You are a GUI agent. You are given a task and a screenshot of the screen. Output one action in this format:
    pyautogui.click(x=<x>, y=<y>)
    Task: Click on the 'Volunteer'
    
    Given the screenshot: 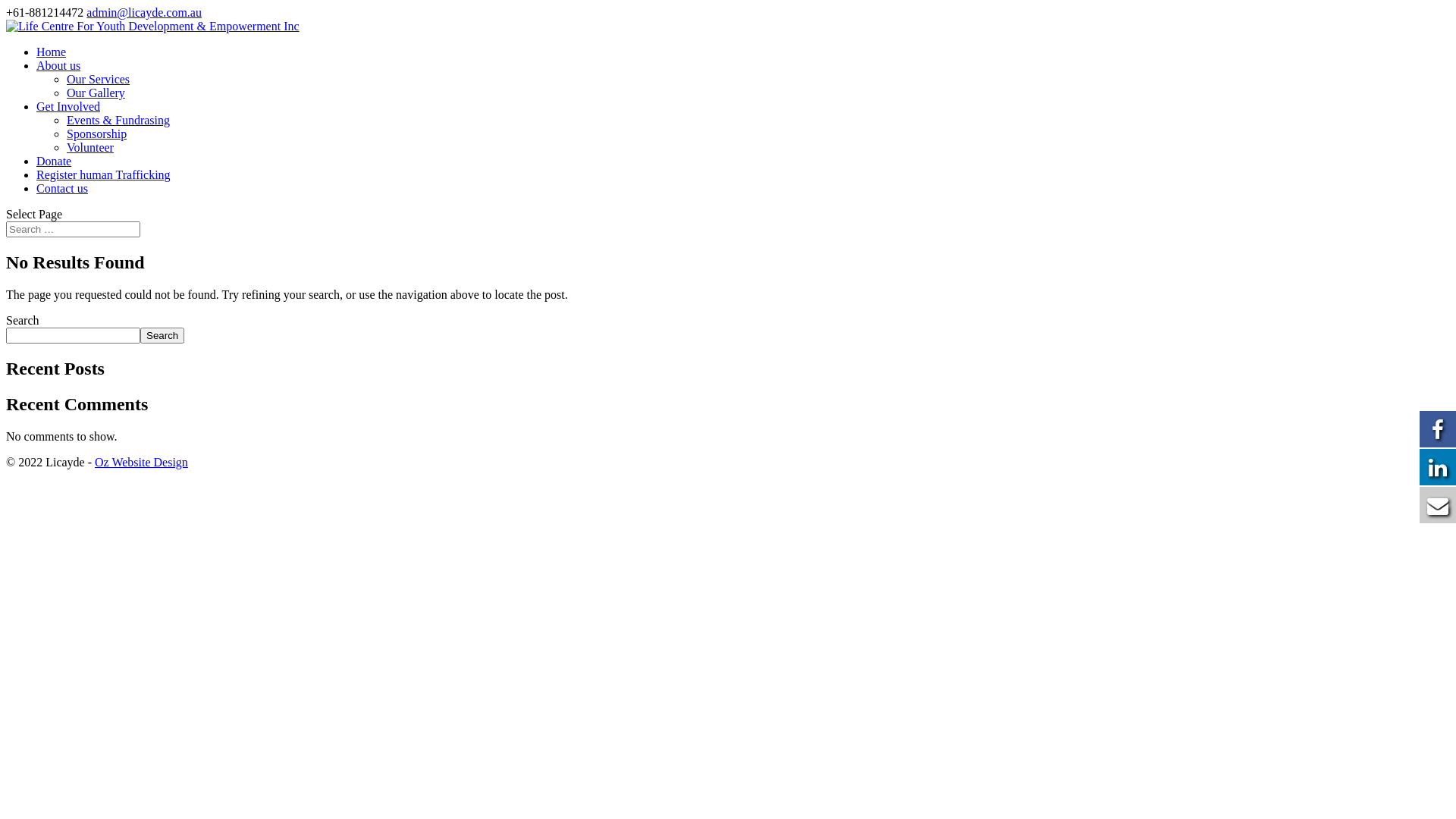 What is the action you would take?
    pyautogui.click(x=89, y=147)
    